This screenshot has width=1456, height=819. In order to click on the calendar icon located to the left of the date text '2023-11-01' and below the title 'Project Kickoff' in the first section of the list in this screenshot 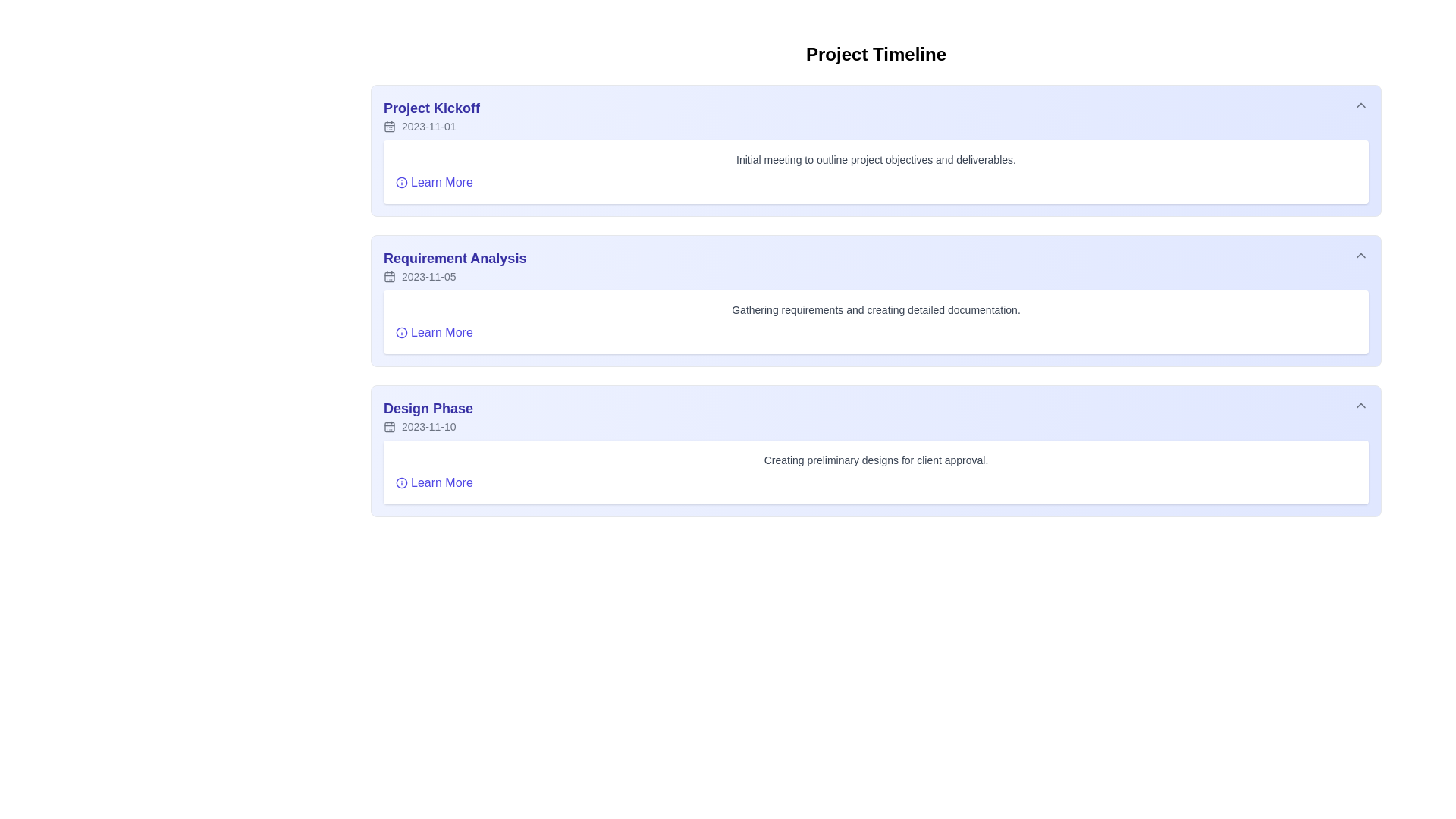, I will do `click(389, 125)`.